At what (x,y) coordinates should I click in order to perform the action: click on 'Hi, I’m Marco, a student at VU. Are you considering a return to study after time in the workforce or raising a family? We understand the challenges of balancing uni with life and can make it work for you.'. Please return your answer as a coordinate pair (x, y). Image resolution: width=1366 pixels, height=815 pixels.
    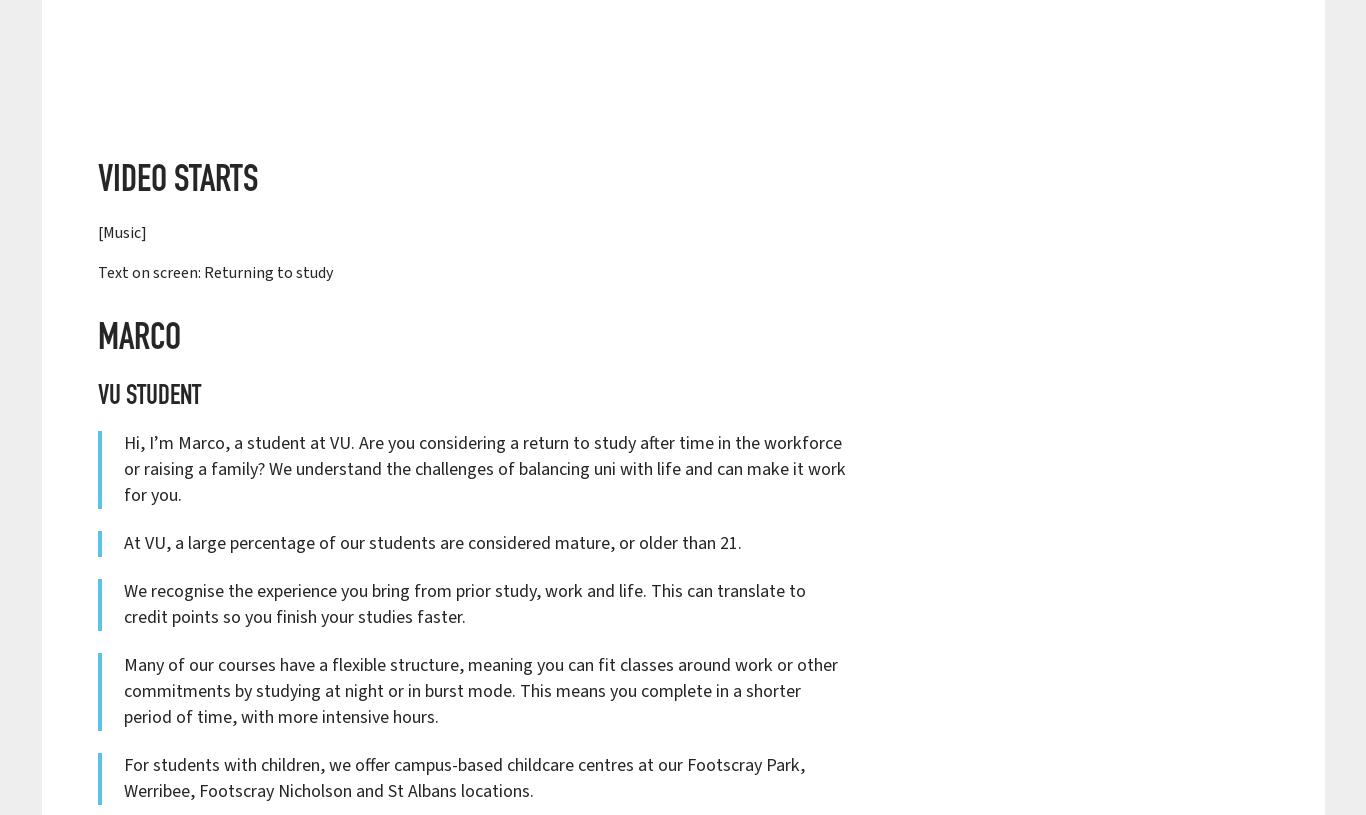
    Looking at the image, I should click on (485, 469).